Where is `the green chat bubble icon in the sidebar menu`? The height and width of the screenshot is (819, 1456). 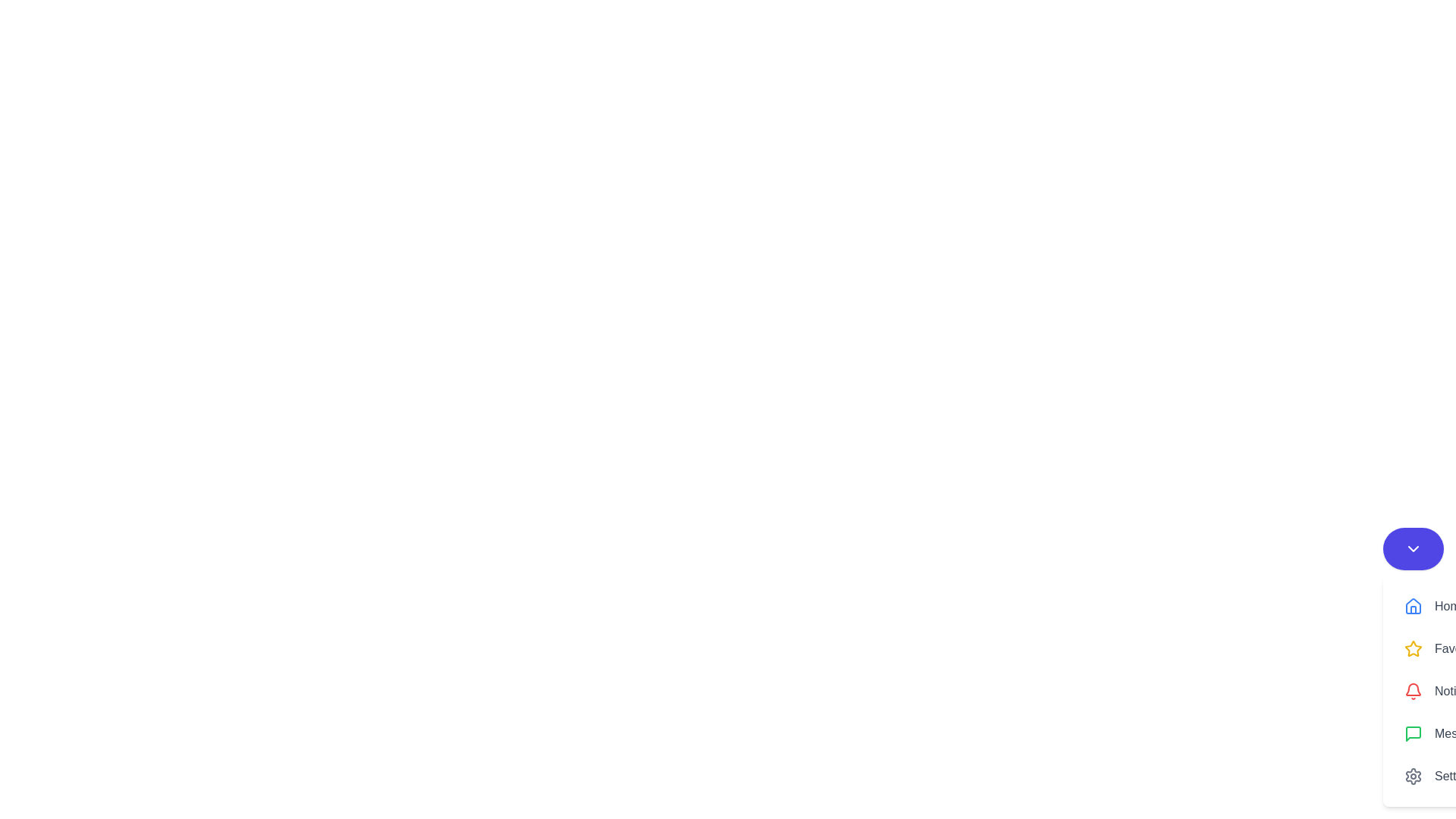
the green chat bubble icon in the sidebar menu is located at coordinates (1412, 733).